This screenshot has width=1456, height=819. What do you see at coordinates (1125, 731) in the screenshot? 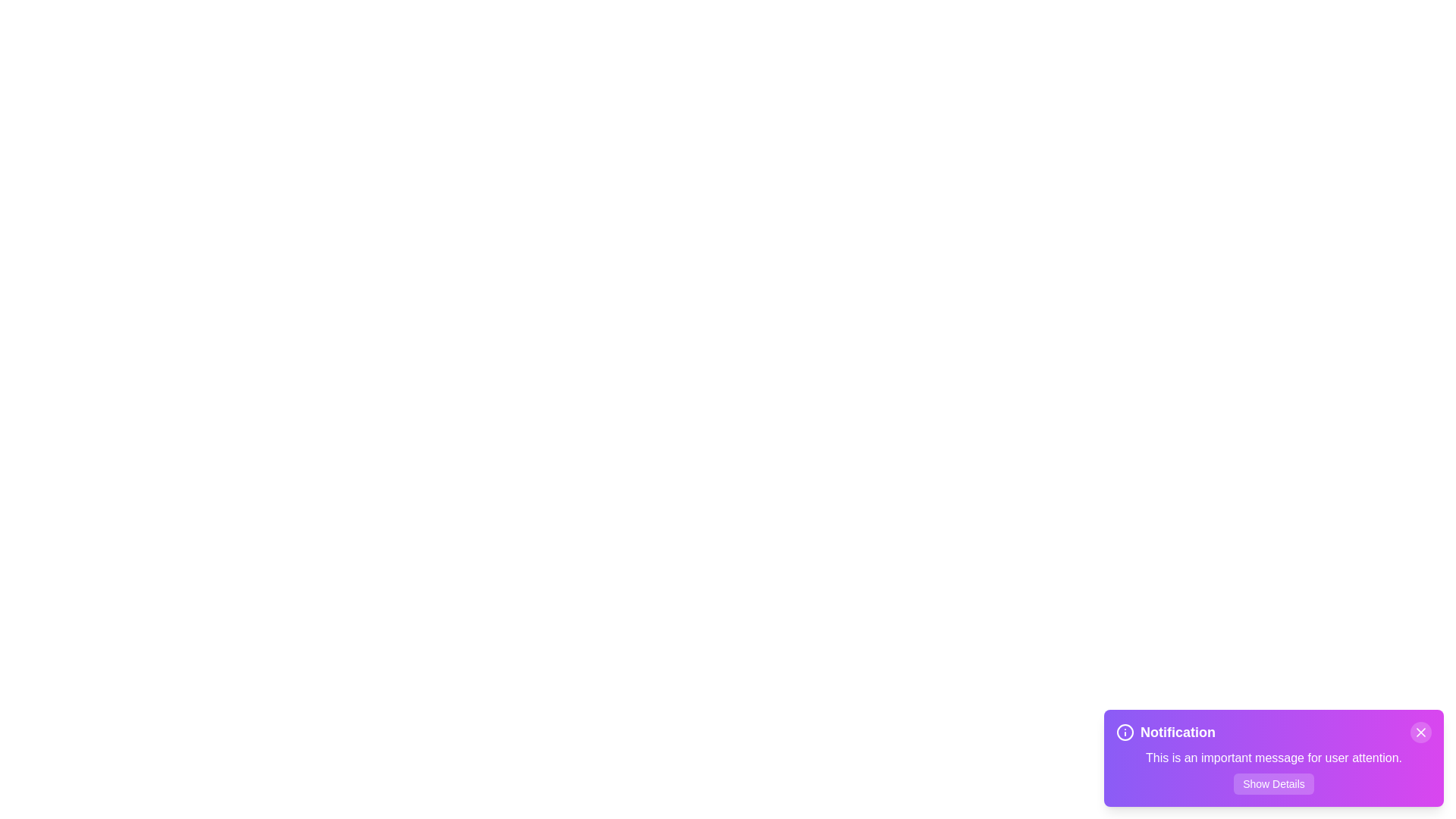
I see `the information icon to examine its properties` at bounding box center [1125, 731].